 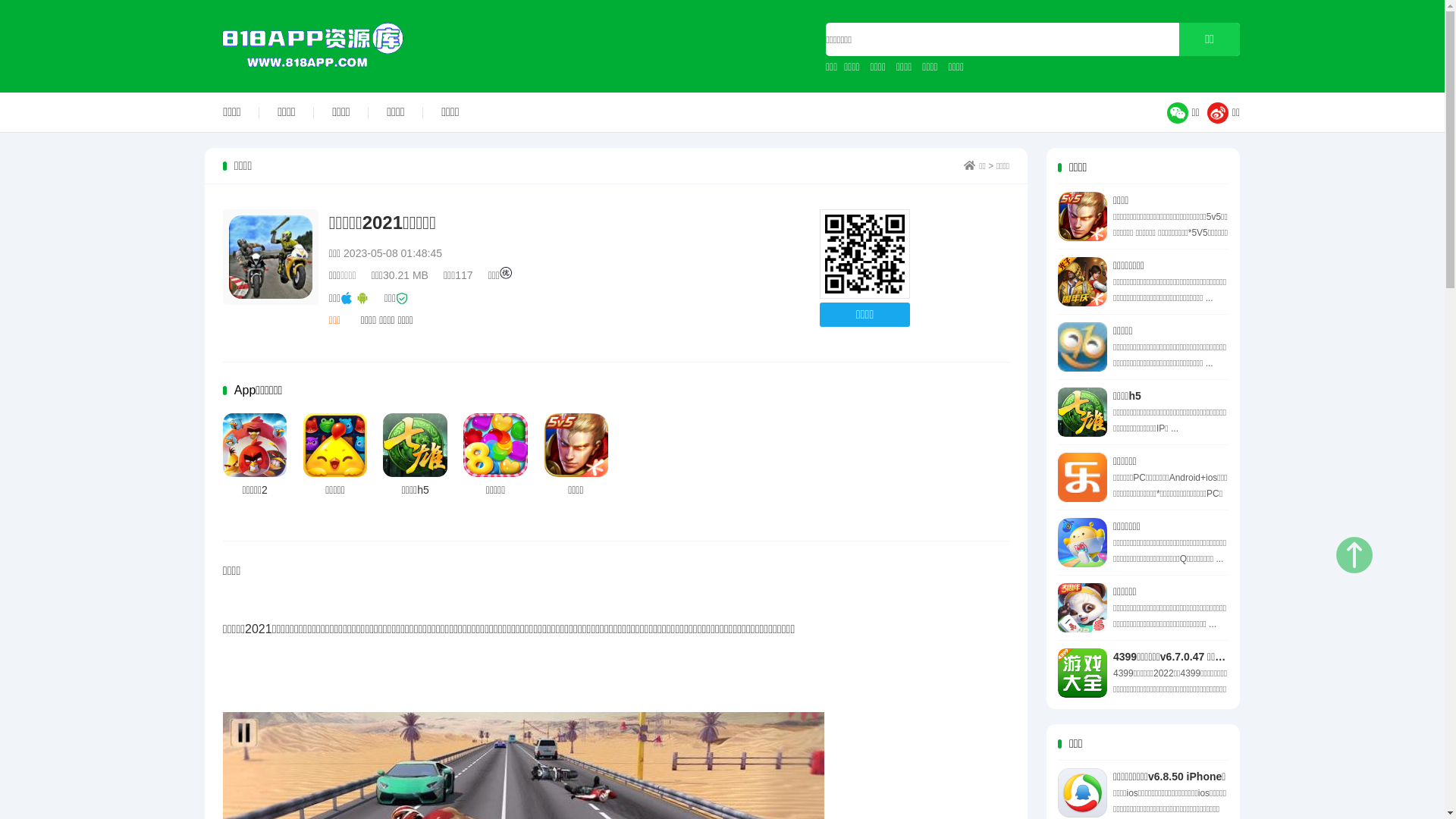 What do you see at coordinates (824, 253) in the screenshot?
I see `'http://www.818app.com'` at bounding box center [824, 253].